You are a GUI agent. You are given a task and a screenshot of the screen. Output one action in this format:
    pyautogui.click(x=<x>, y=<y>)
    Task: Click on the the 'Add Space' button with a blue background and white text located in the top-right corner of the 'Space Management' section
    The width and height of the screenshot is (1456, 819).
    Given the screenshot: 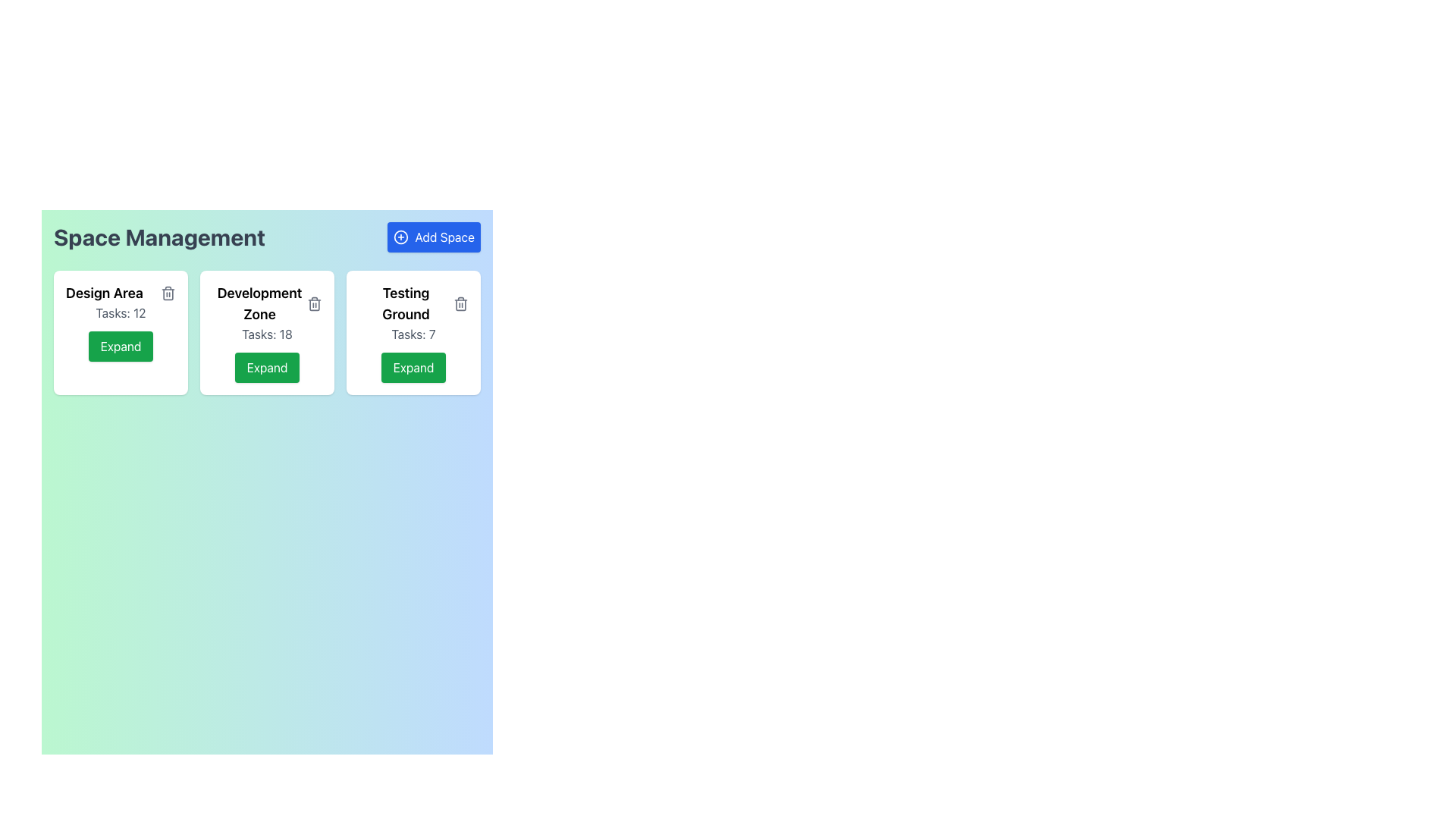 What is the action you would take?
    pyautogui.click(x=433, y=237)
    